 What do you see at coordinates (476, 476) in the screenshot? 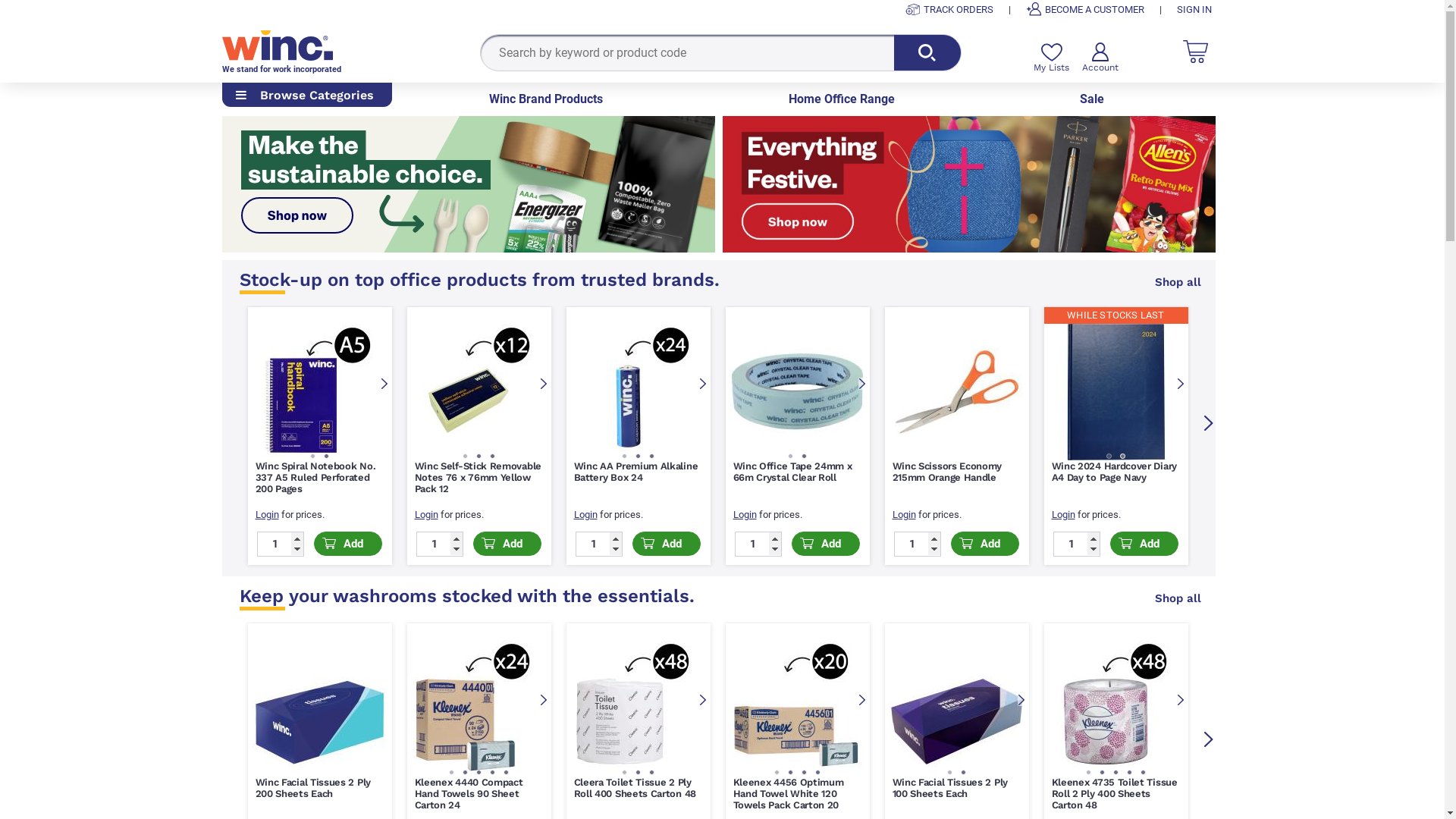
I see `'Winc Self-Stick Removable Notes 76 x 76mm Yellow Pack 12'` at bounding box center [476, 476].